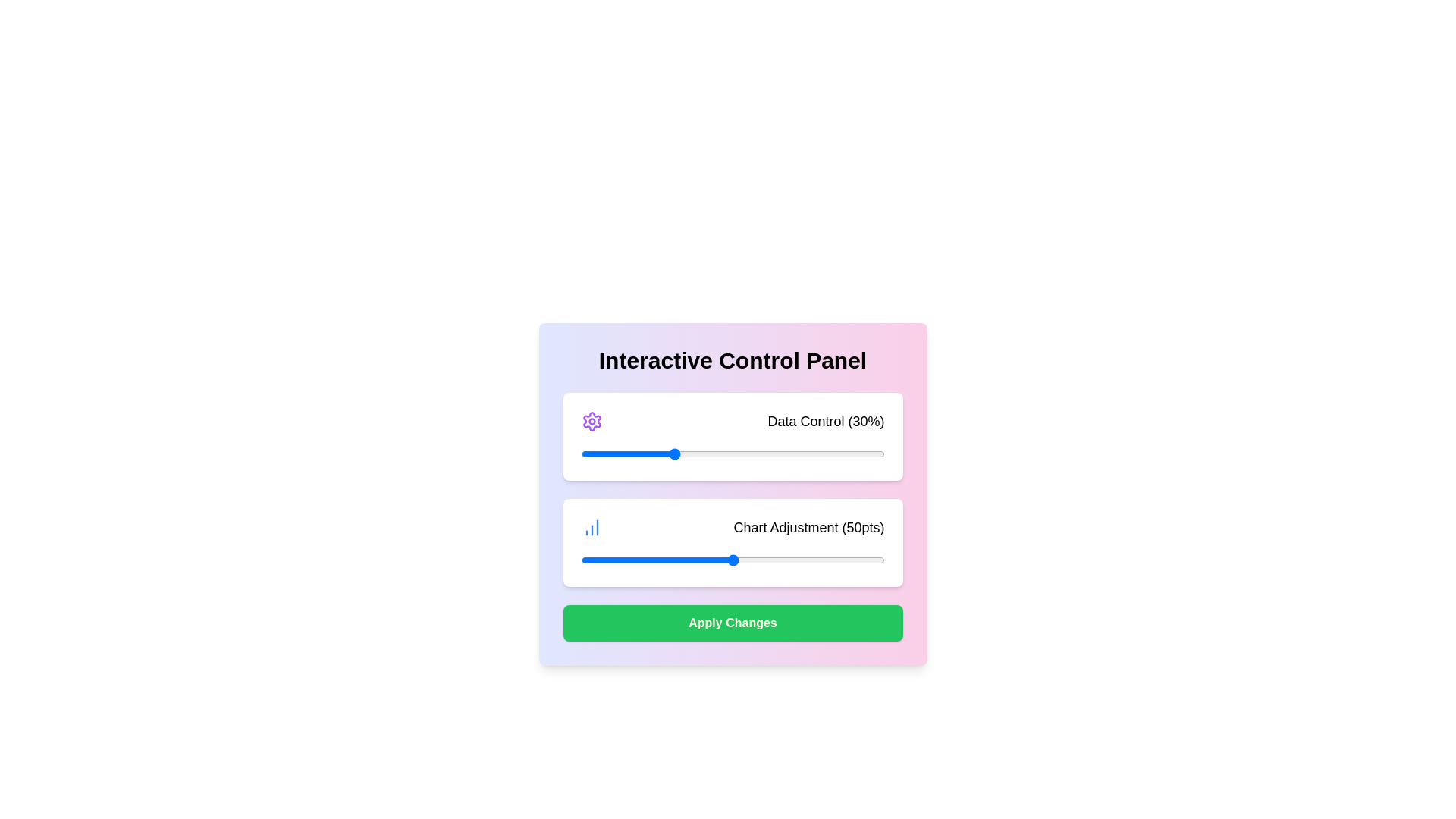 Image resolution: width=1456 pixels, height=819 pixels. I want to click on the 'Chart Adjustment' slider to a value of 32 points, so click(677, 560).